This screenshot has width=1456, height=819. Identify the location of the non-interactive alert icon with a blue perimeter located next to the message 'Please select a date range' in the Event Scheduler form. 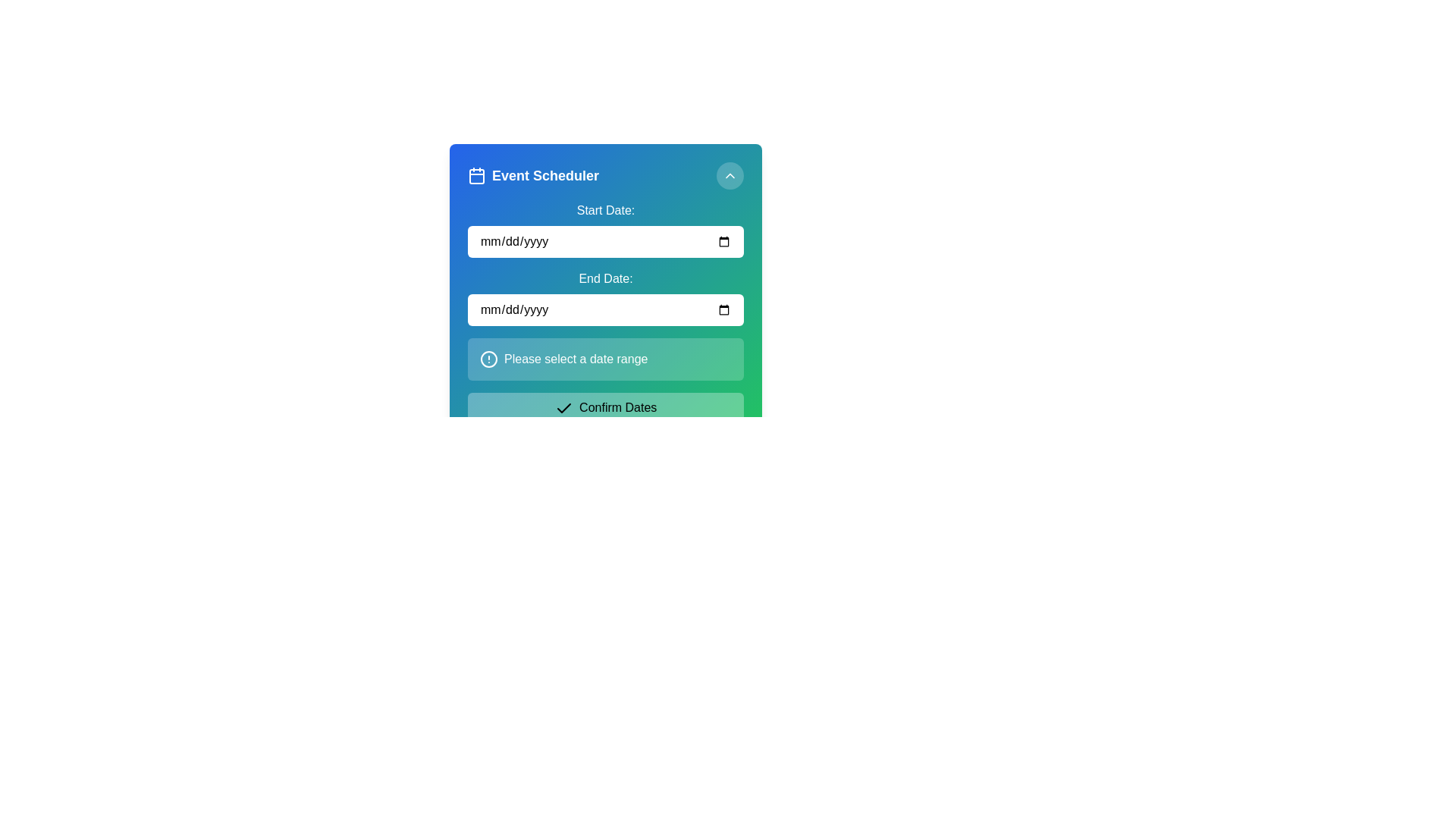
(488, 359).